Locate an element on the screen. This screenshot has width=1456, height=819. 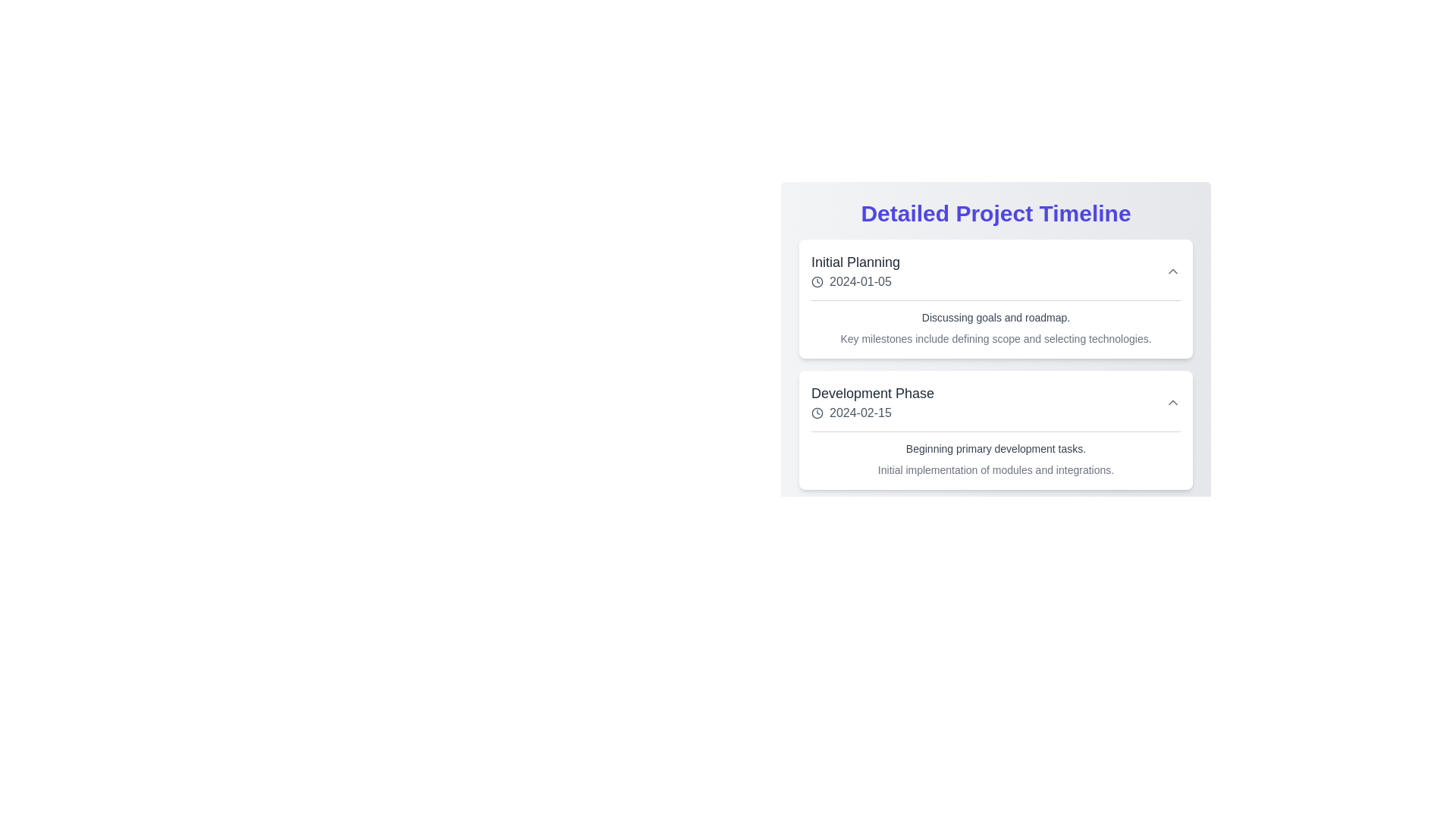
the informational display component labeled 'Development Phase' with associated date '2024-02-15' to interact with surrounding components is located at coordinates (873, 402).